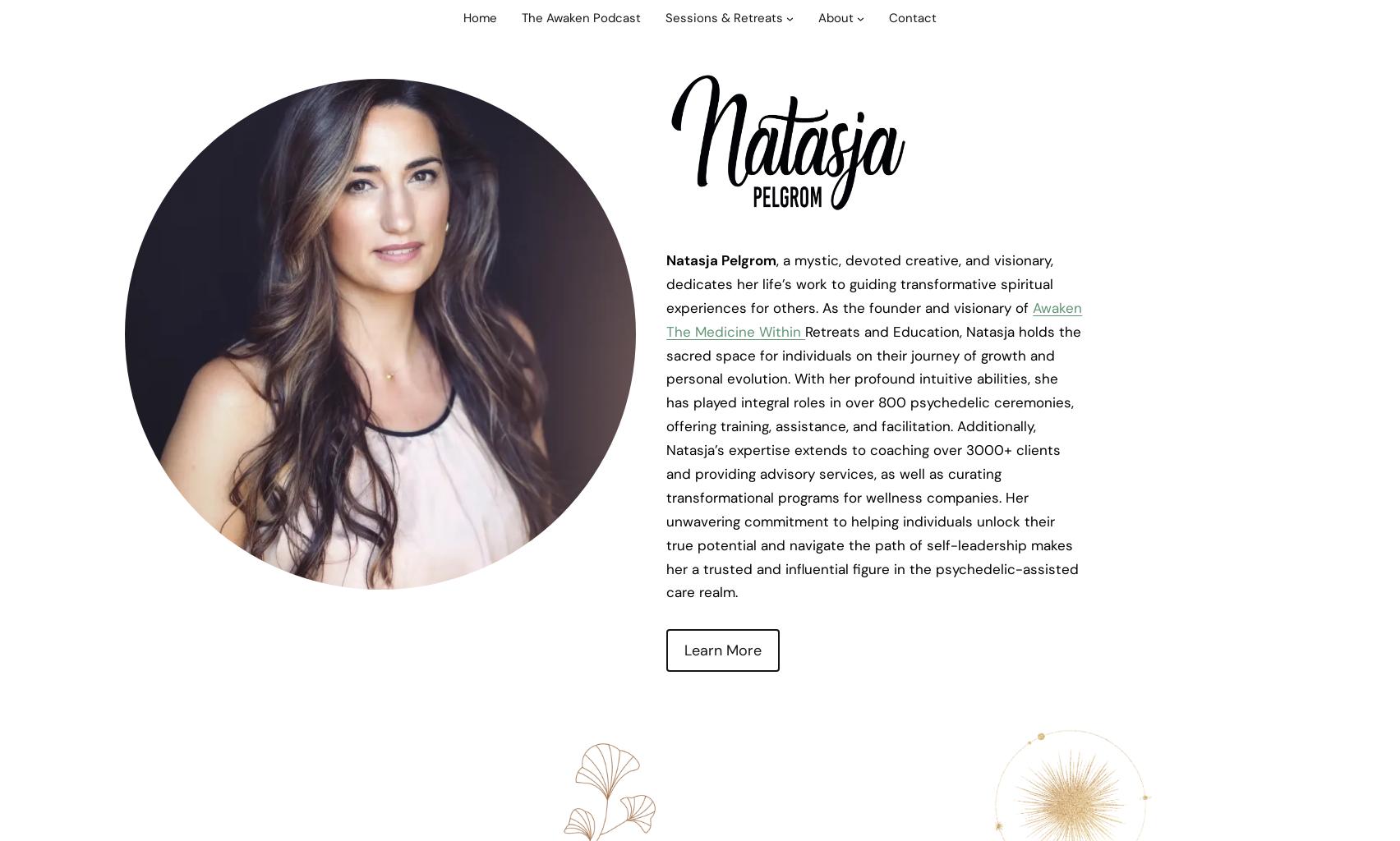 This screenshot has height=841, width=1400. I want to click on 'Awaken The Medicine Within', so click(873, 318).